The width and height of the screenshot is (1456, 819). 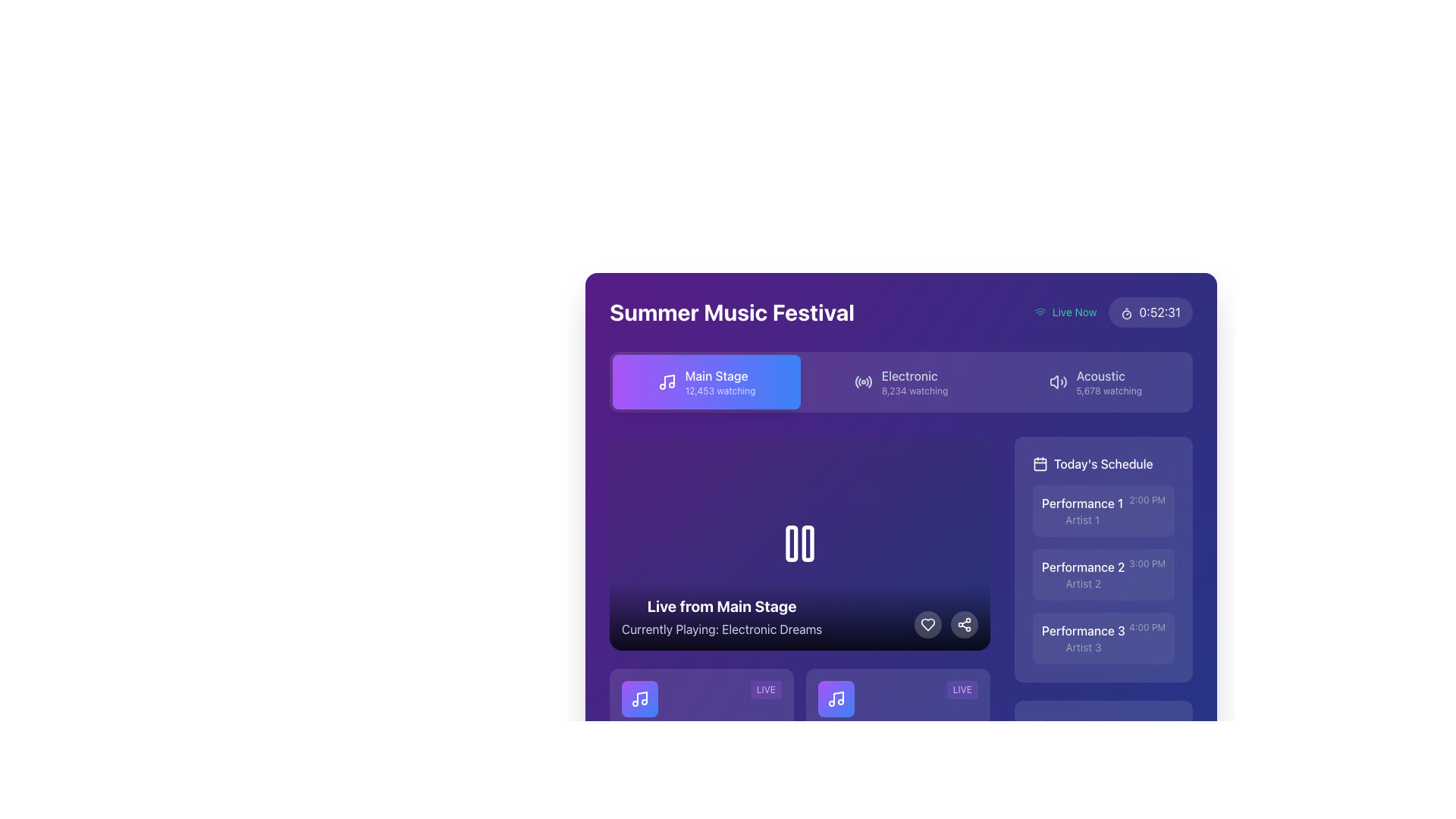 What do you see at coordinates (1103, 463) in the screenshot?
I see `the Text label indicating today's schedule details, located at the top of the sidebar's schedule section` at bounding box center [1103, 463].